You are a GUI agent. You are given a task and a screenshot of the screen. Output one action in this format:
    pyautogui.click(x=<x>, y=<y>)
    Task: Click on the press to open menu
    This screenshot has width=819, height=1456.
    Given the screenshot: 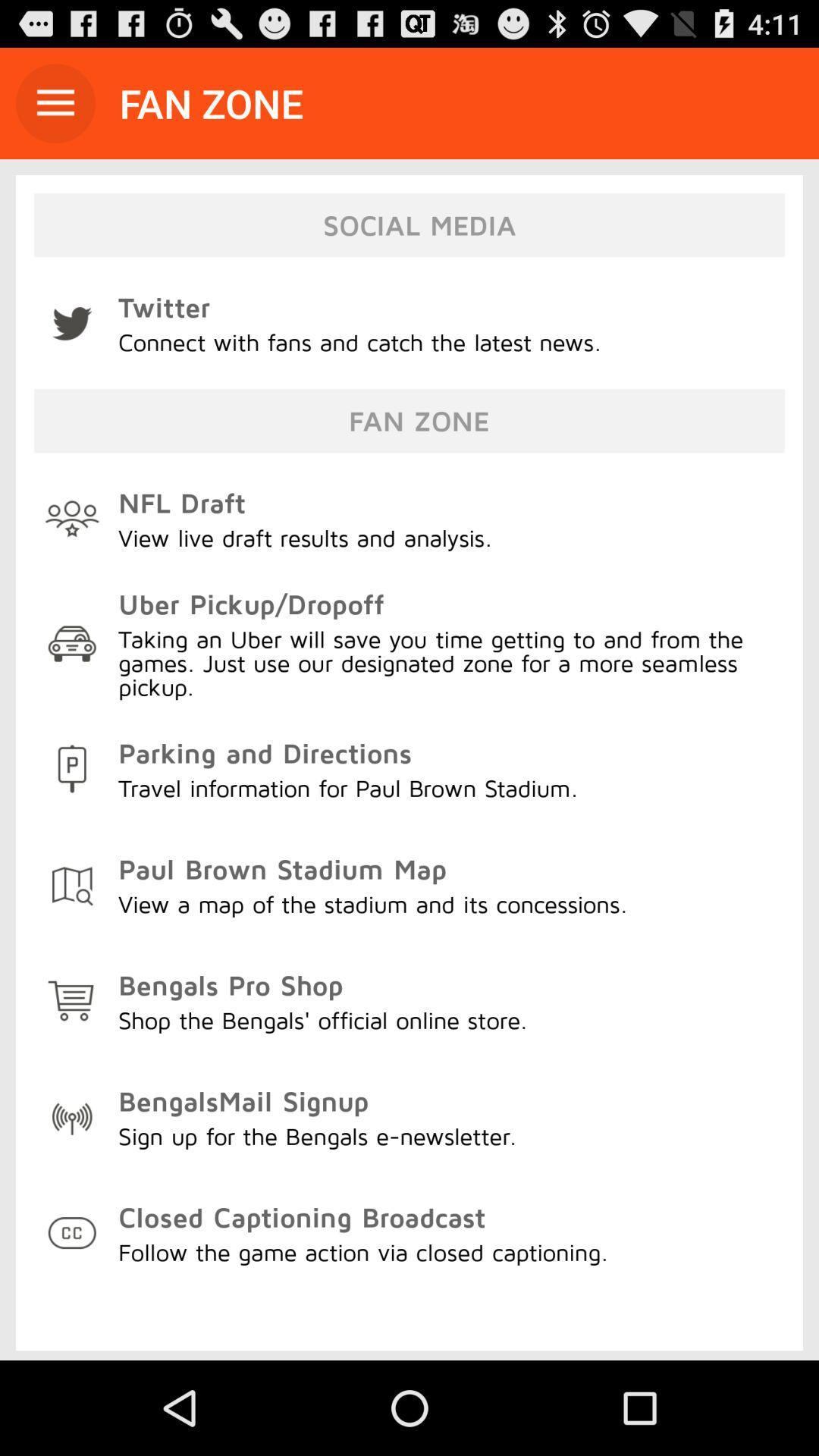 What is the action you would take?
    pyautogui.click(x=55, y=102)
    